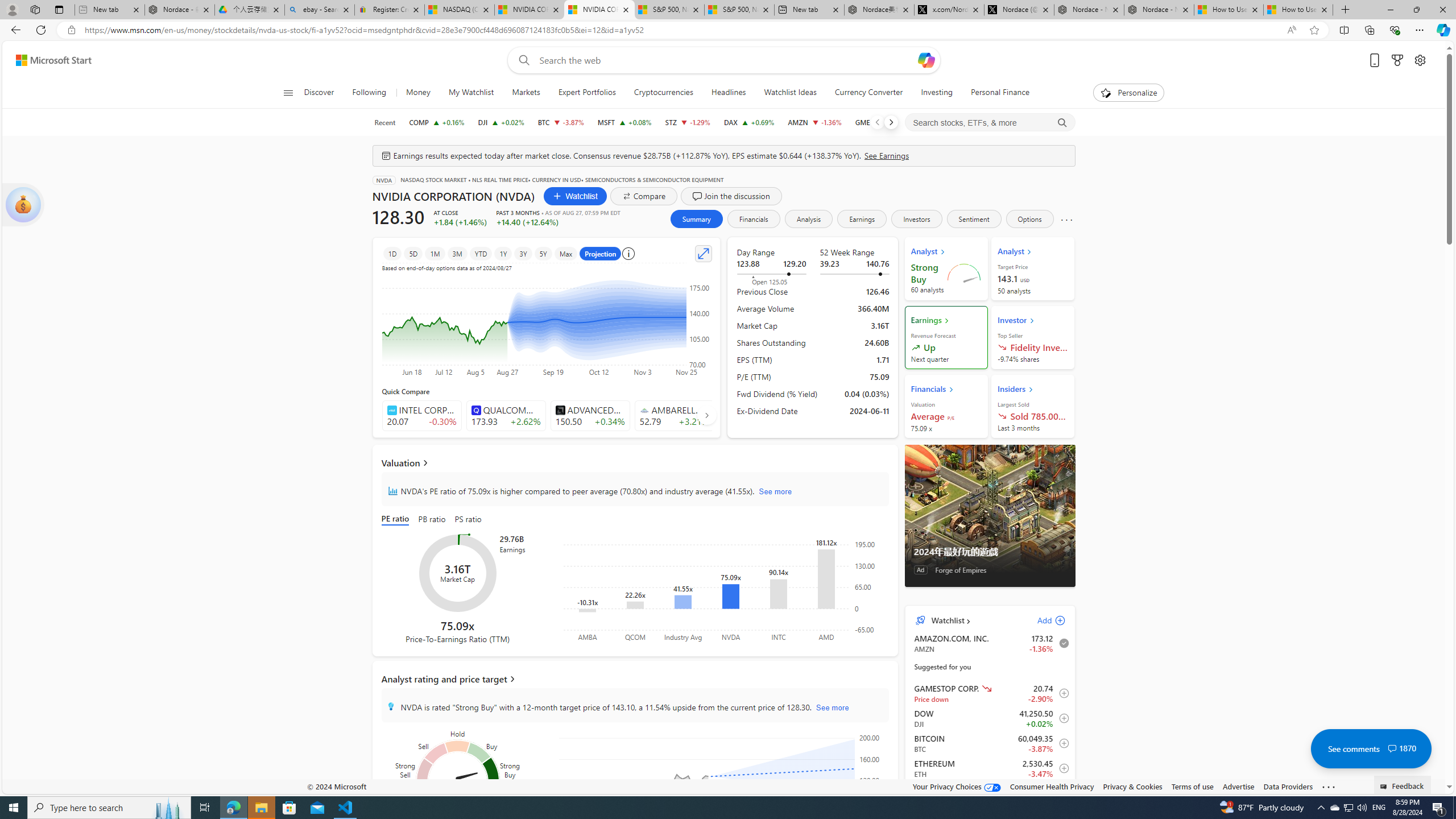 The width and height of the screenshot is (1456, 819). Describe the element at coordinates (431, 520) in the screenshot. I see `'PB ratio'` at that location.